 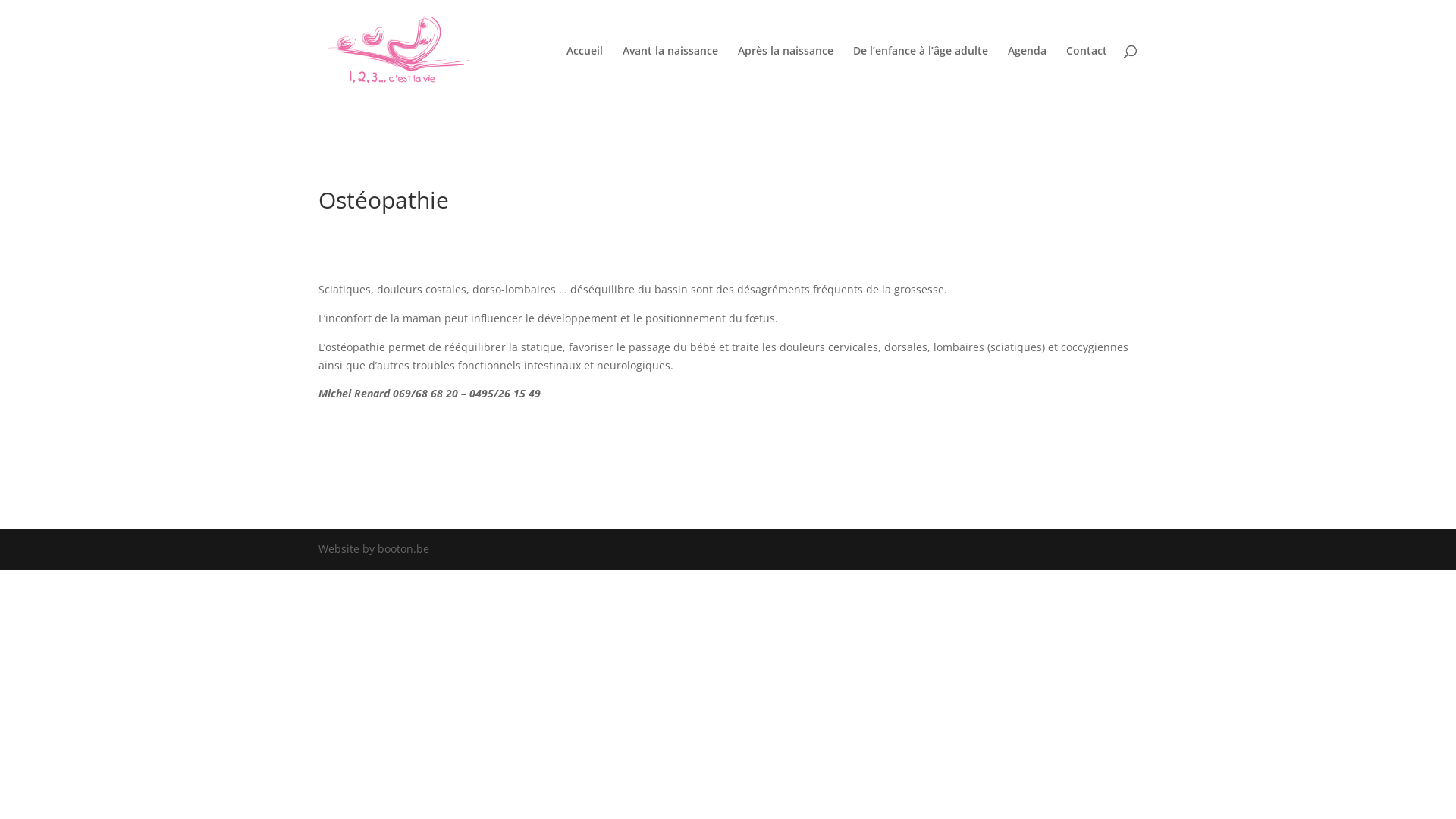 I want to click on 'Avant la naissance', so click(x=669, y=73).